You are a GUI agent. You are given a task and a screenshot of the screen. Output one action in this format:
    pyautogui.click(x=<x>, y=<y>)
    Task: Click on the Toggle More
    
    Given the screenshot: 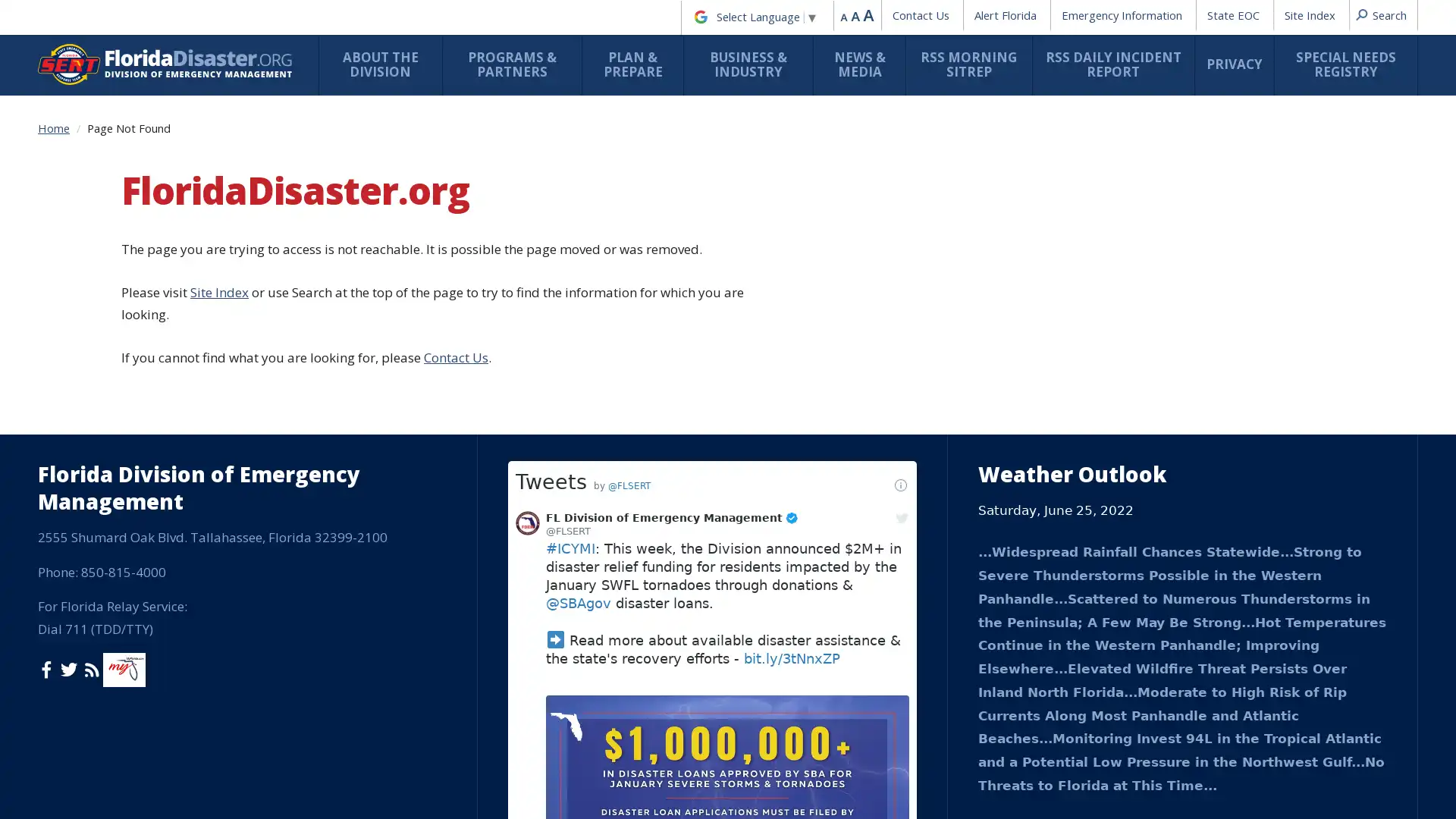 What is the action you would take?
    pyautogui.click(x=607, y=202)
    